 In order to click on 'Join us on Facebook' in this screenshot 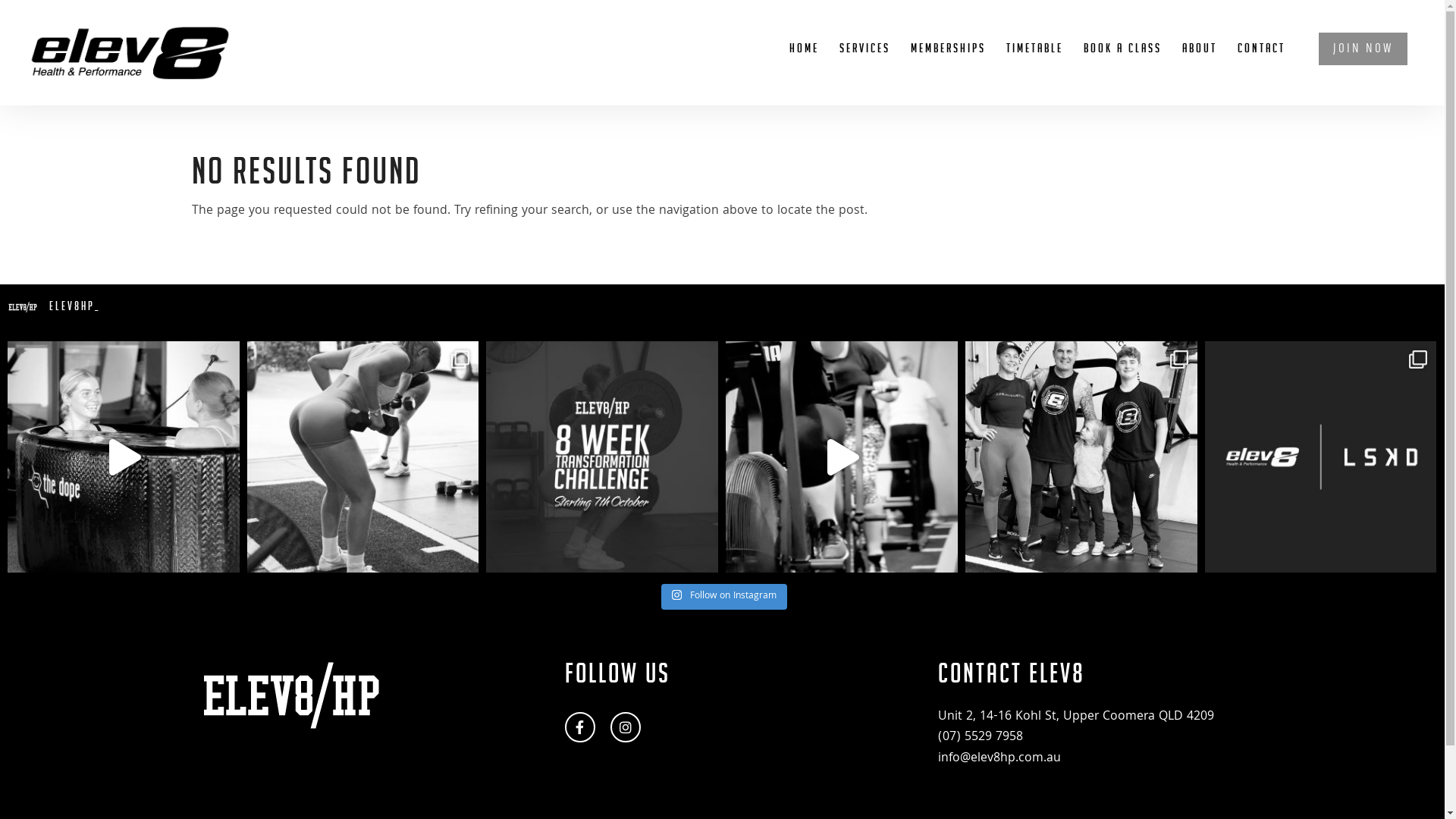, I will do `click(579, 726)`.